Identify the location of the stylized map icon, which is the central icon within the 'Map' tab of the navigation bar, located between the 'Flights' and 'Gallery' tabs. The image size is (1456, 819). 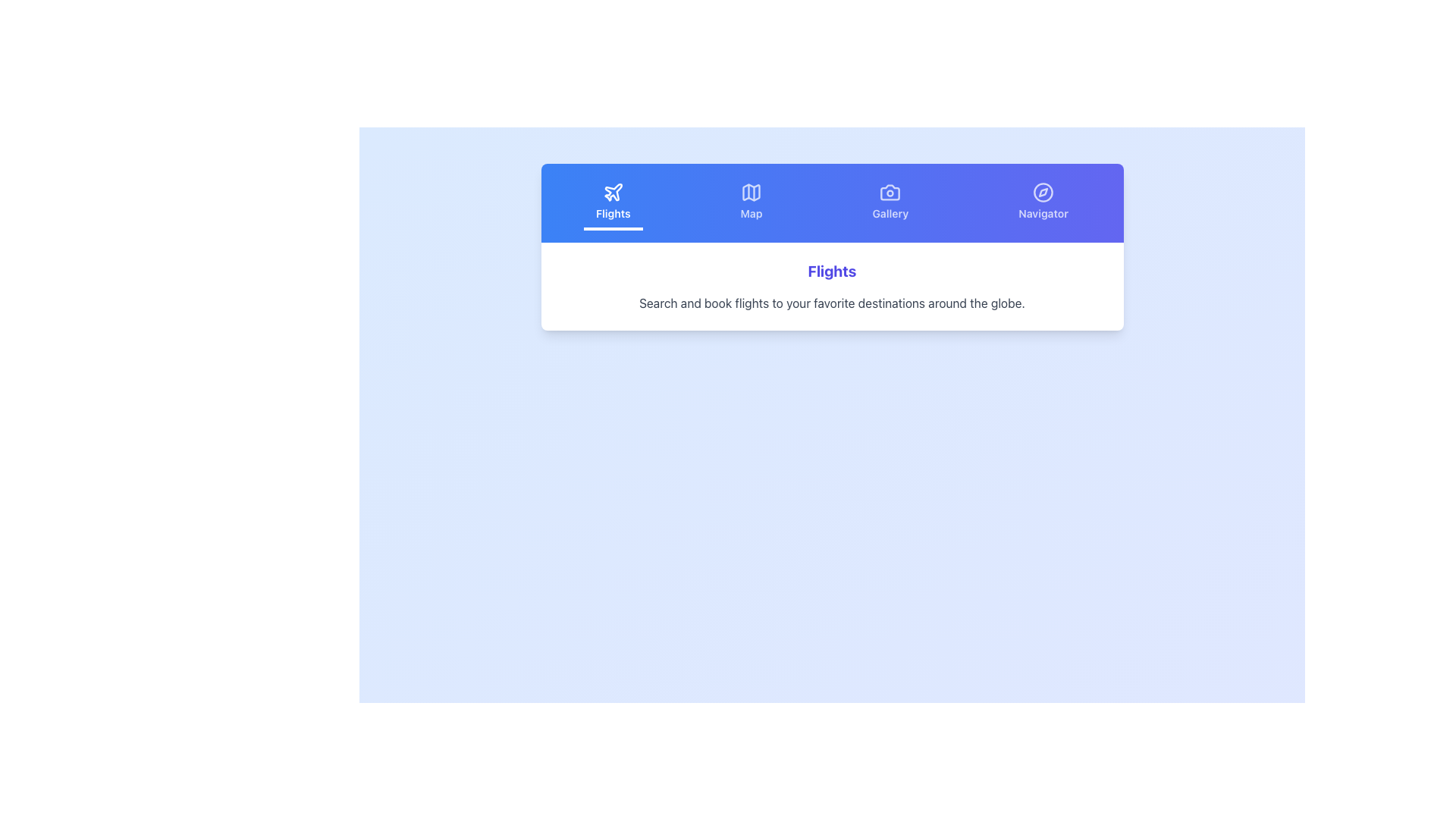
(752, 192).